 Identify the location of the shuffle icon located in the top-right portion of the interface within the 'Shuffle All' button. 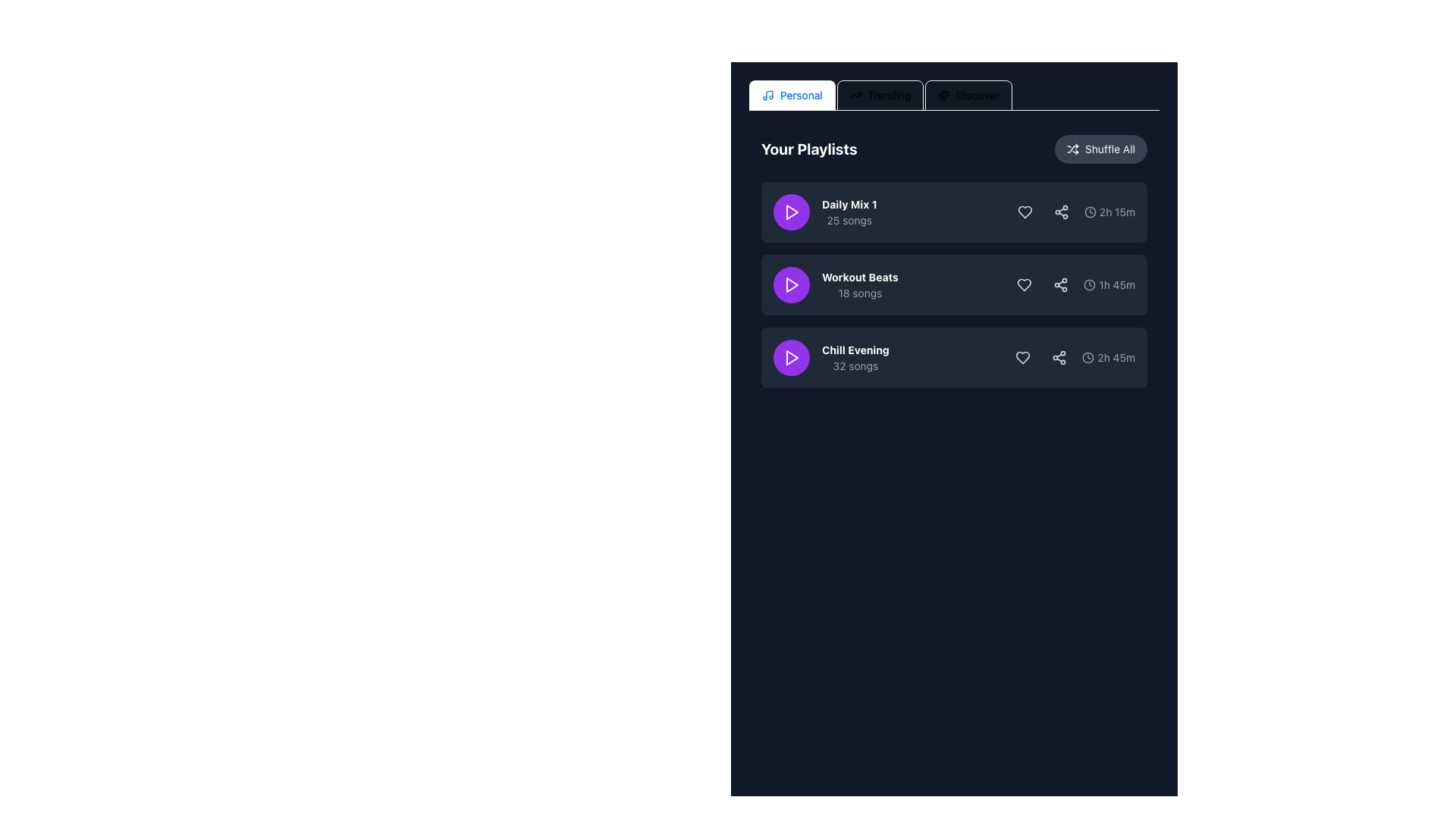
(1072, 149).